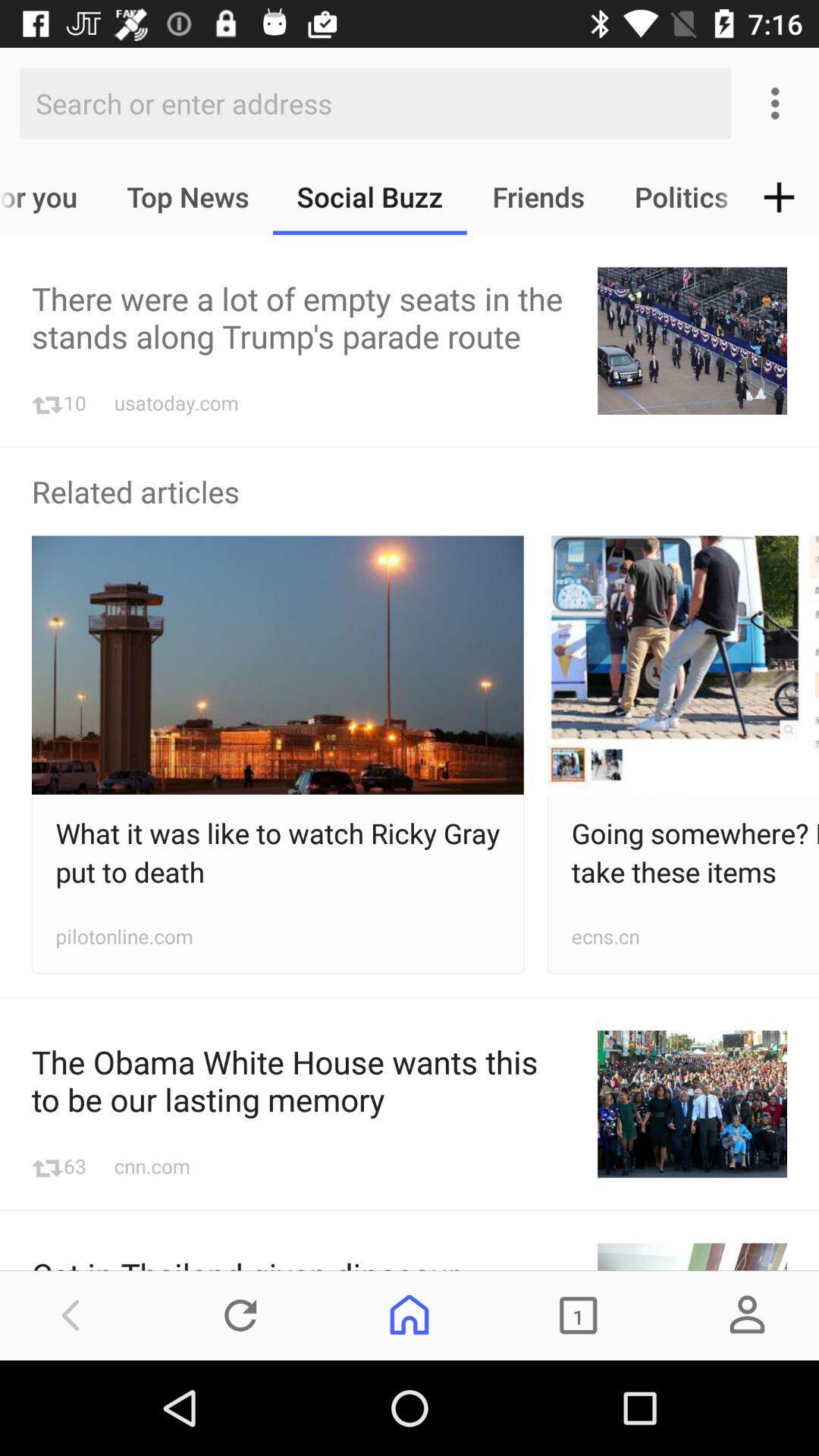 This screenshot has height=1456, width=819. Describe the element at coordinates (779, 196) in the screenshot. I see `the add icon` at that location.